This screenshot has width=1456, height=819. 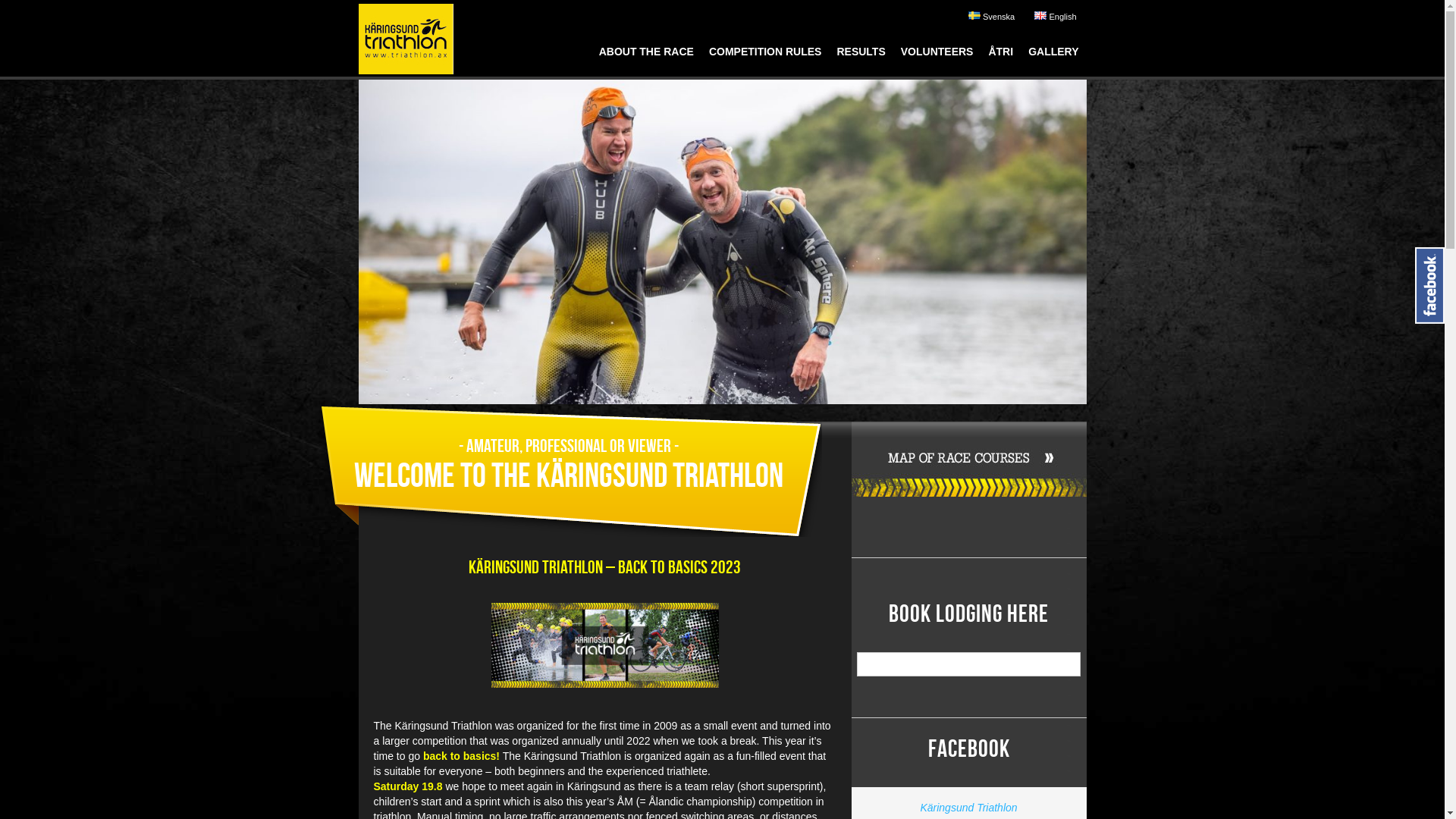 What do you see at coordinates (860, 55) in the screenshot?
I see `'RESULTS'` at bounding box center [860, 55].